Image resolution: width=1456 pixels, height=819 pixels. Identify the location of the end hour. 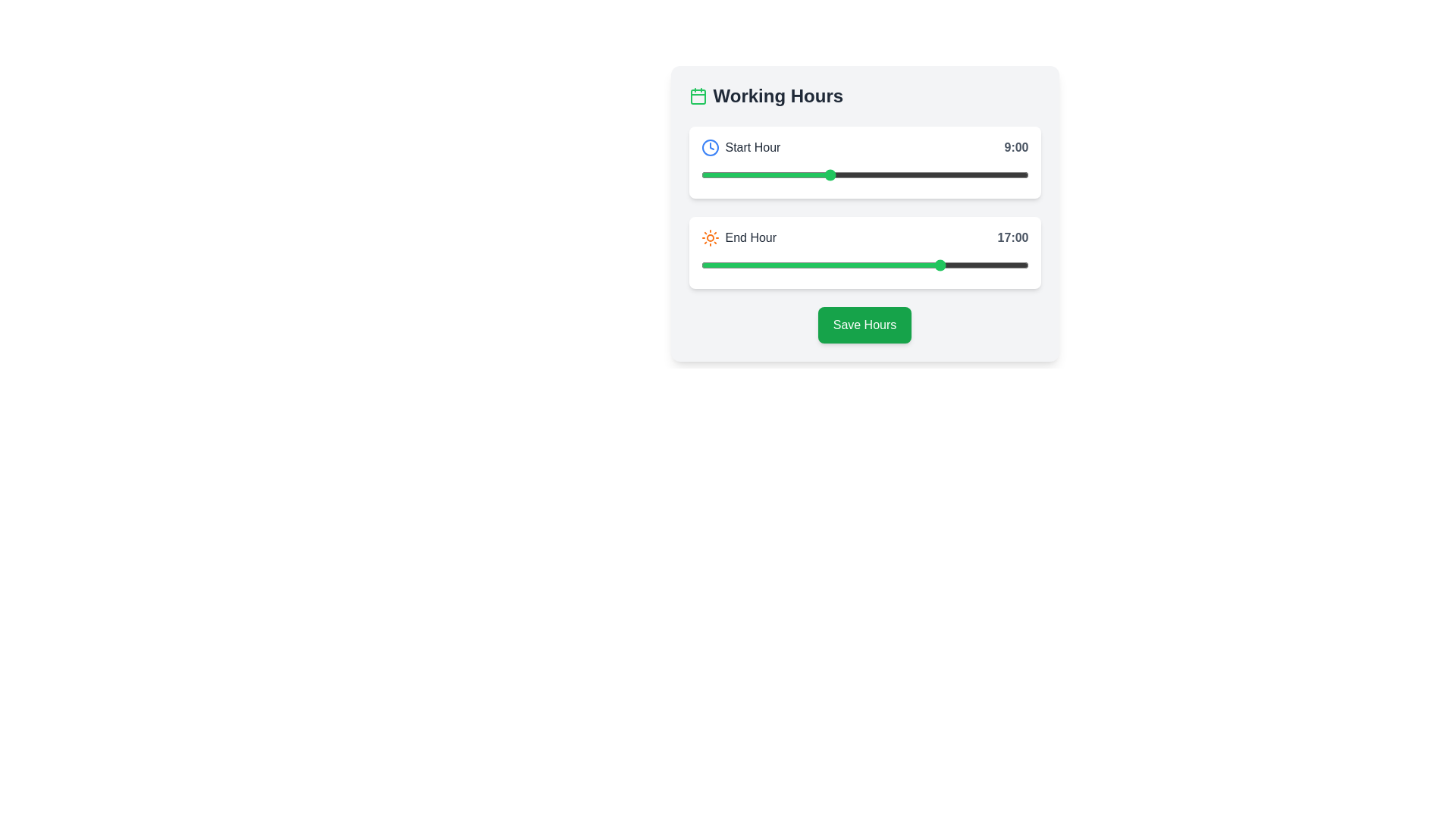
(772, 265).